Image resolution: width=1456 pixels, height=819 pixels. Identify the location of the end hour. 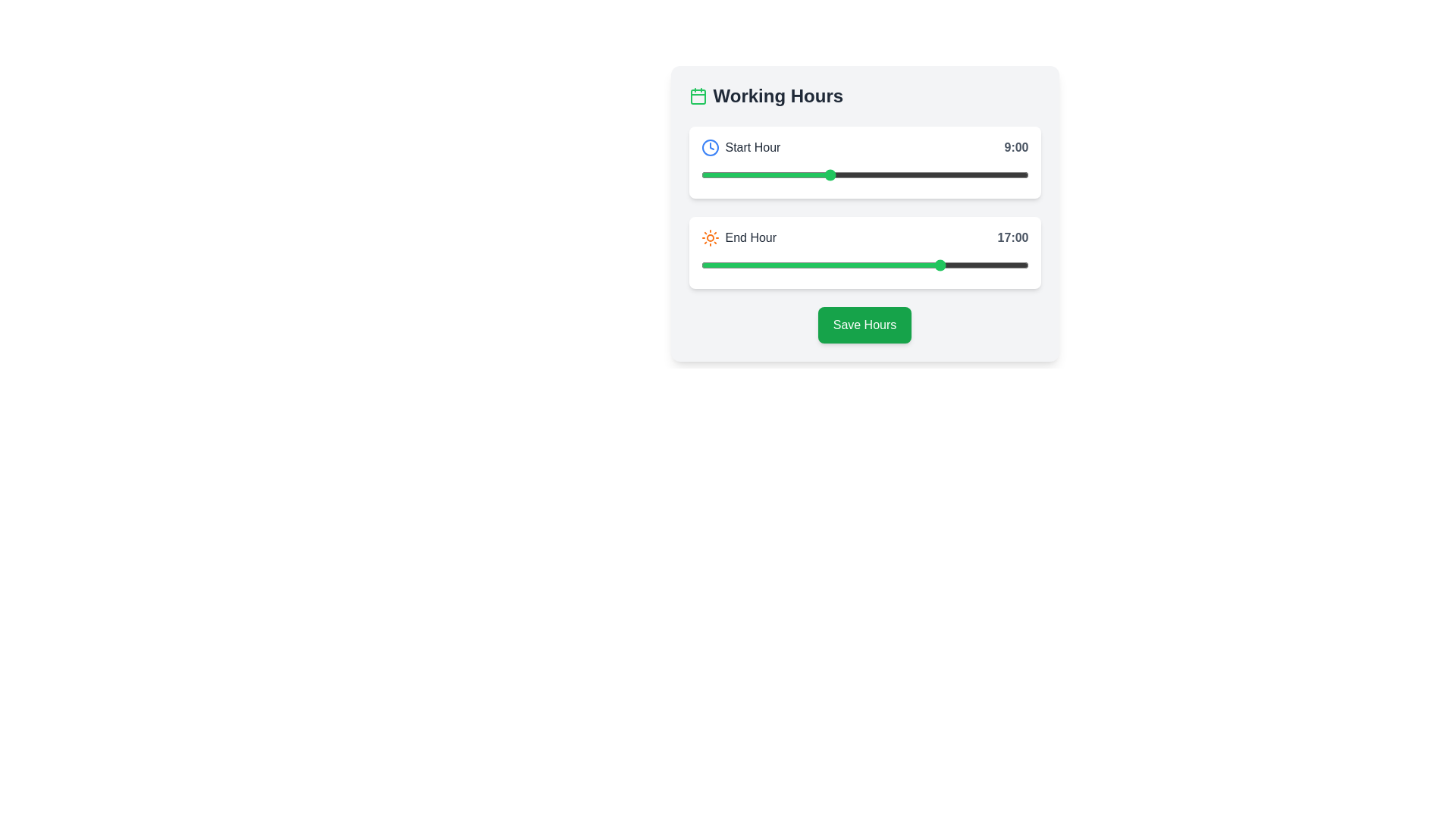
(772, 265).